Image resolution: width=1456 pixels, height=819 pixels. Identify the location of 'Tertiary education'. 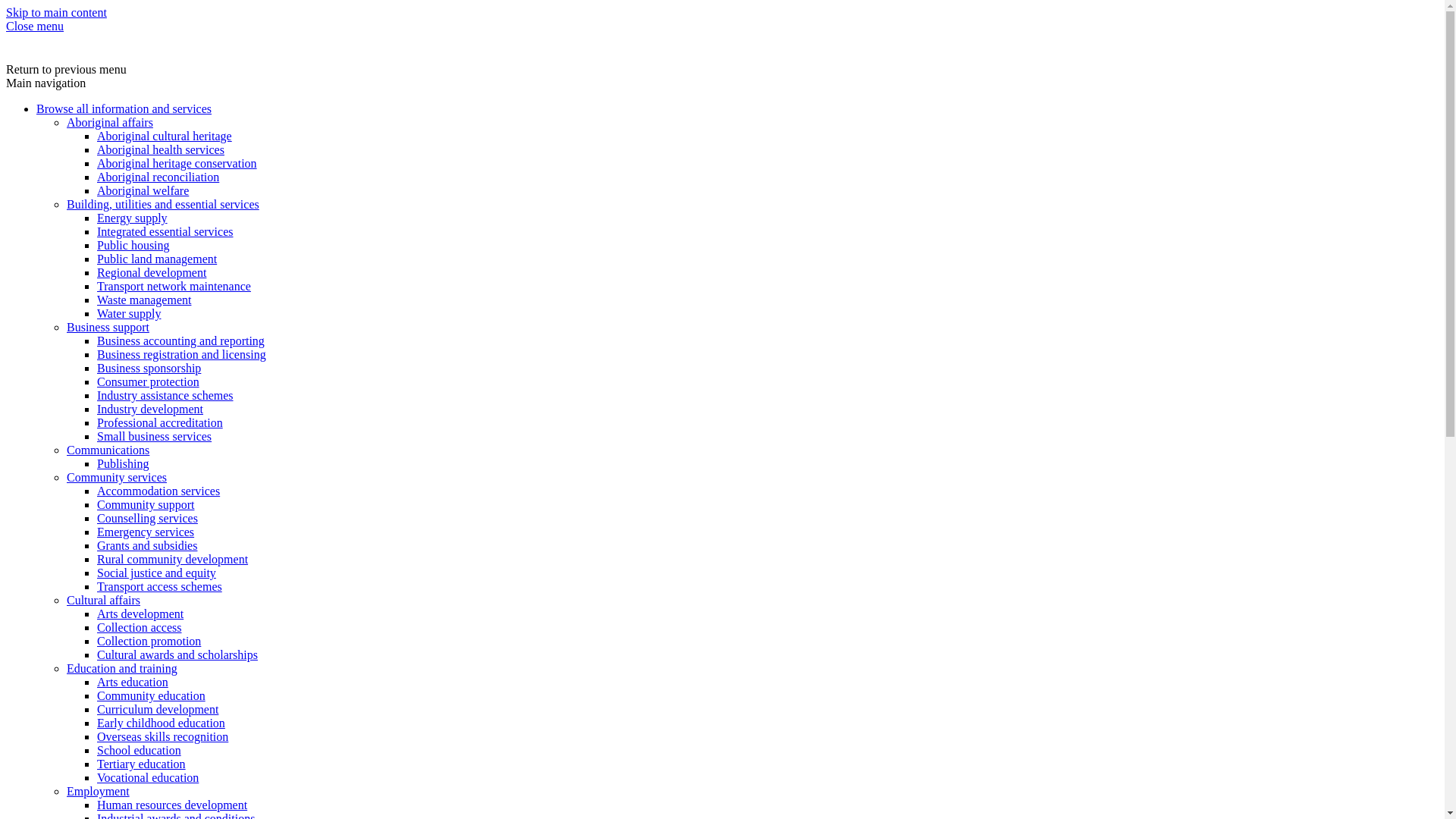
(141, 764).